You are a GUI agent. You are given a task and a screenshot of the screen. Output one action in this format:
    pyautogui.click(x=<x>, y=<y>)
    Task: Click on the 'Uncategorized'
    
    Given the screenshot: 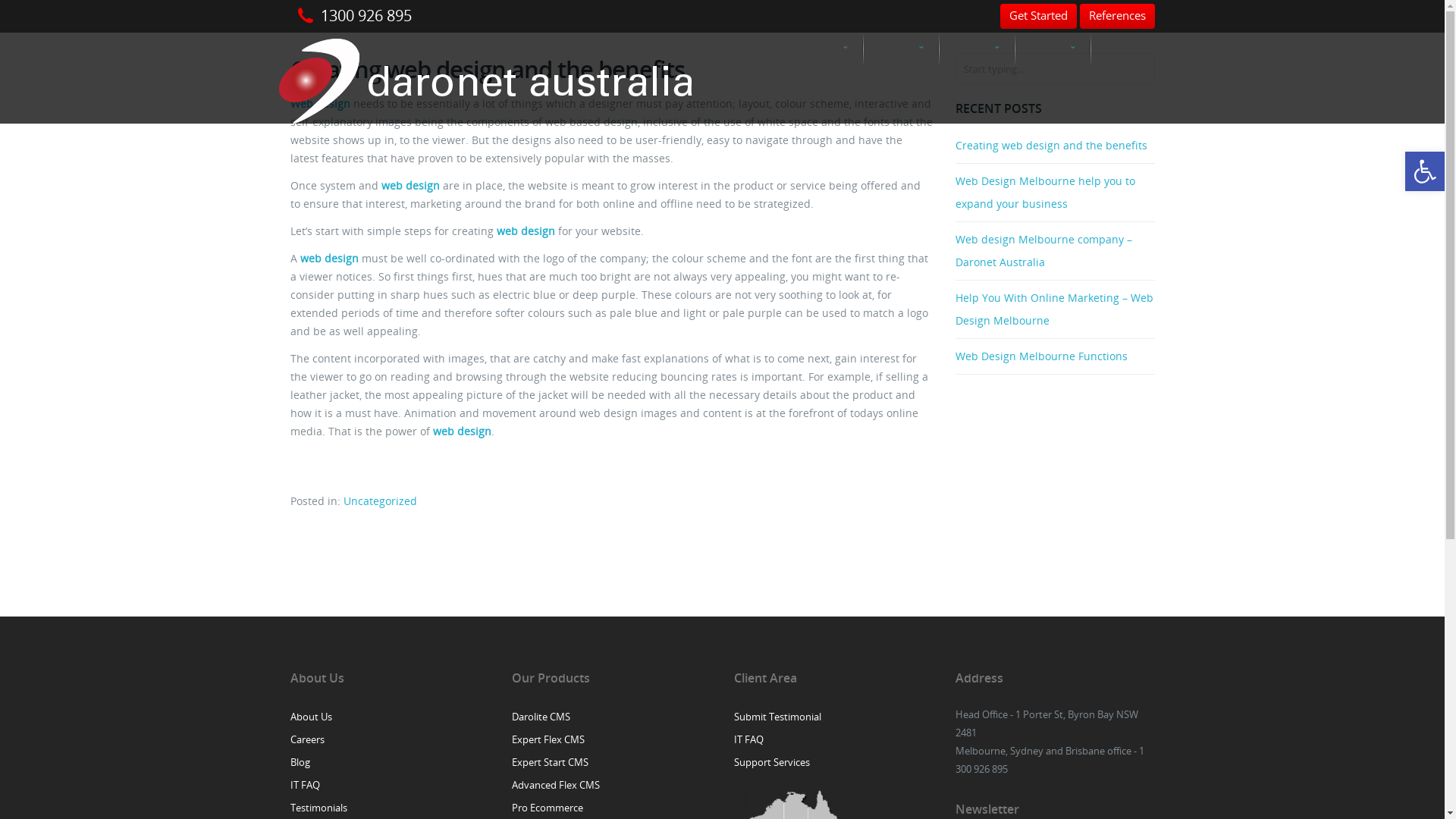 What is the action you would take?
    pyautogui.click(x=379, y=500)
    